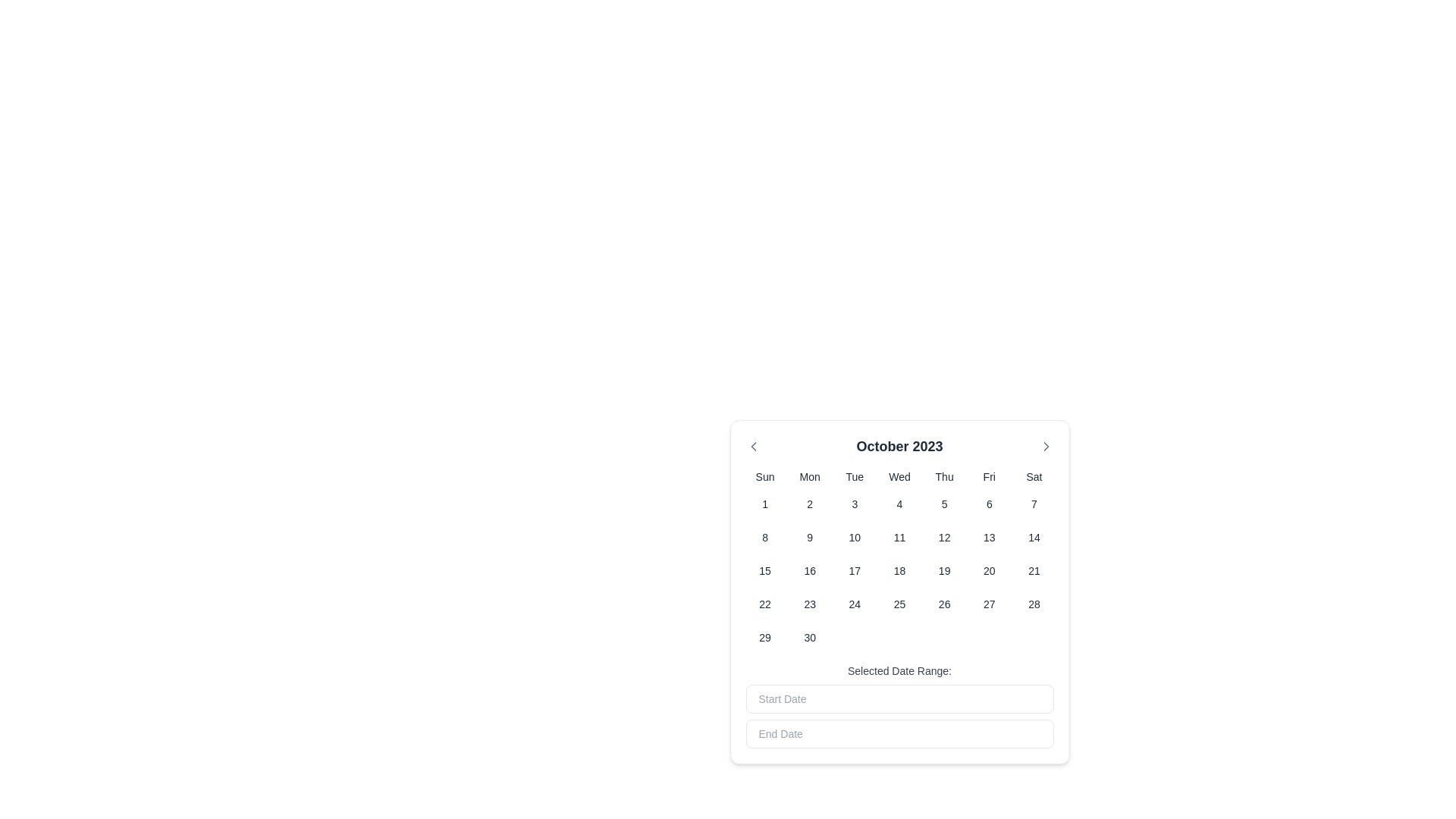  Describe the element at coordinates (899, 504) in the screenshot. I see `the square button with the number '4' centered within it, located in the fourth column of the second row under the 'Wed' header in the calendar interface` at that location.